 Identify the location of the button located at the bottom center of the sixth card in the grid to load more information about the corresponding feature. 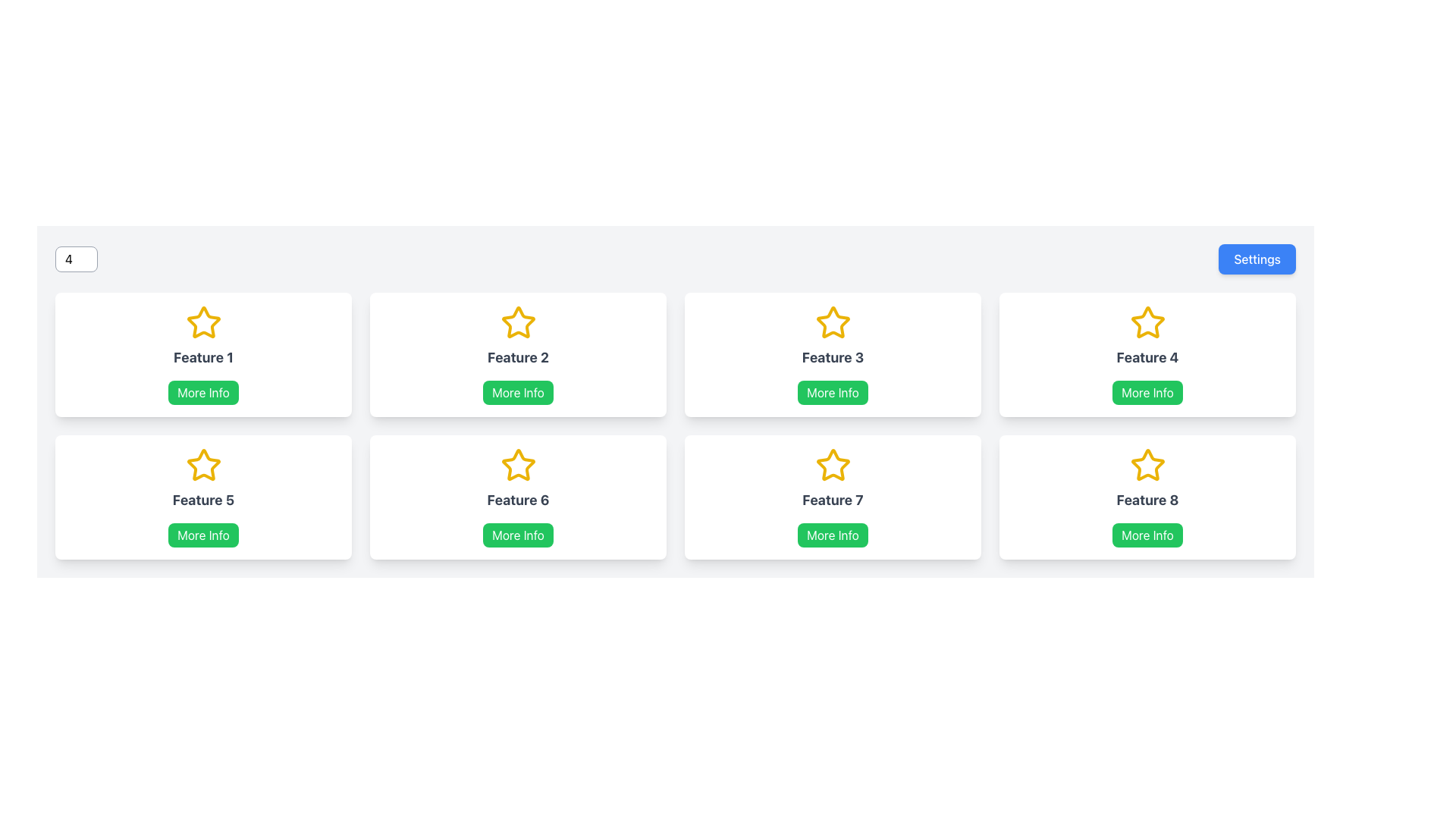
(518, 534).